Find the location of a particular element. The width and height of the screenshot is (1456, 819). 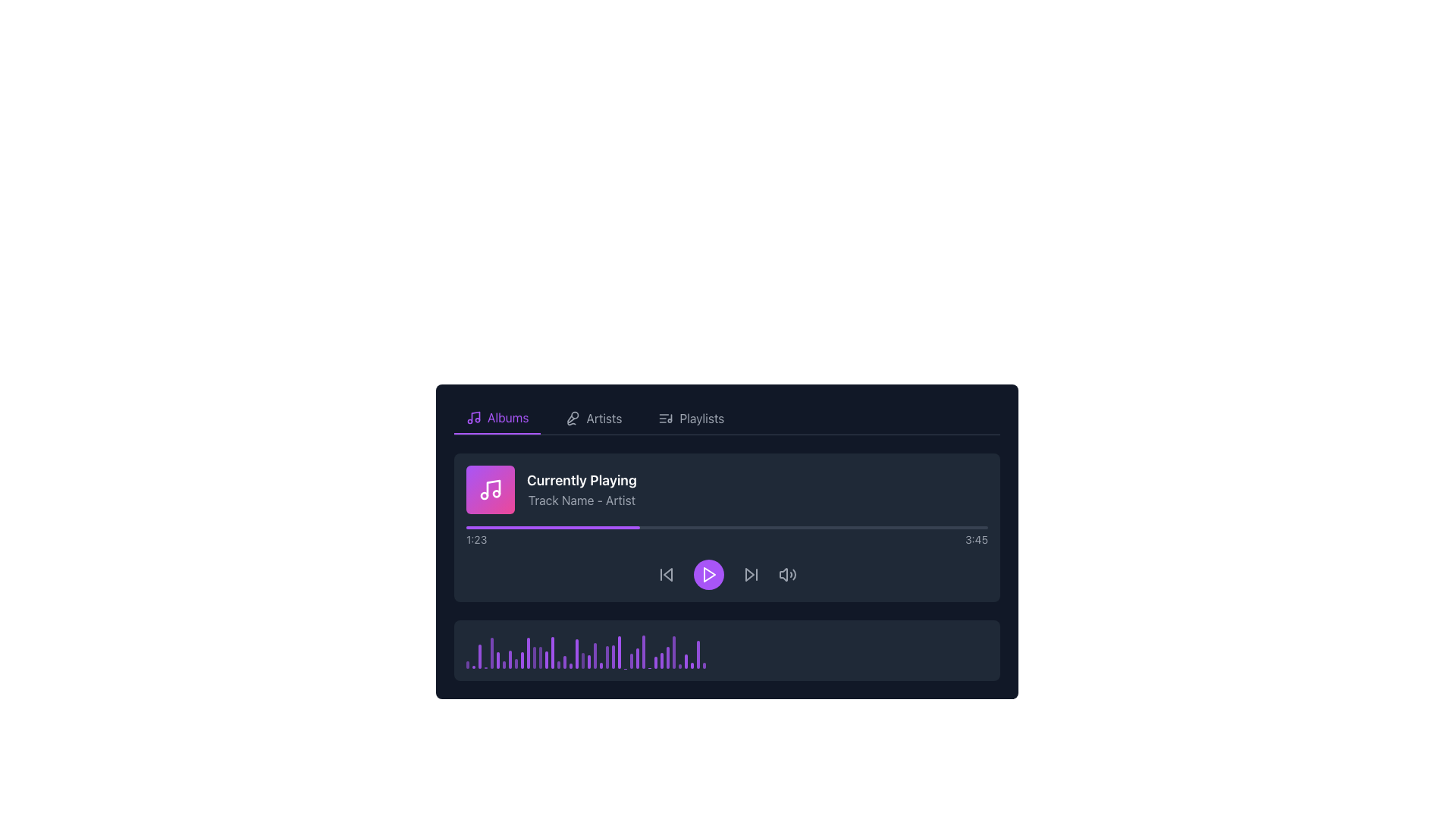

the progress bar of the interactive media player component to adjust the play position, which is centrally located in the interface, above the visualizer and below the tab navigation menu is located at coordinates (726, 526).